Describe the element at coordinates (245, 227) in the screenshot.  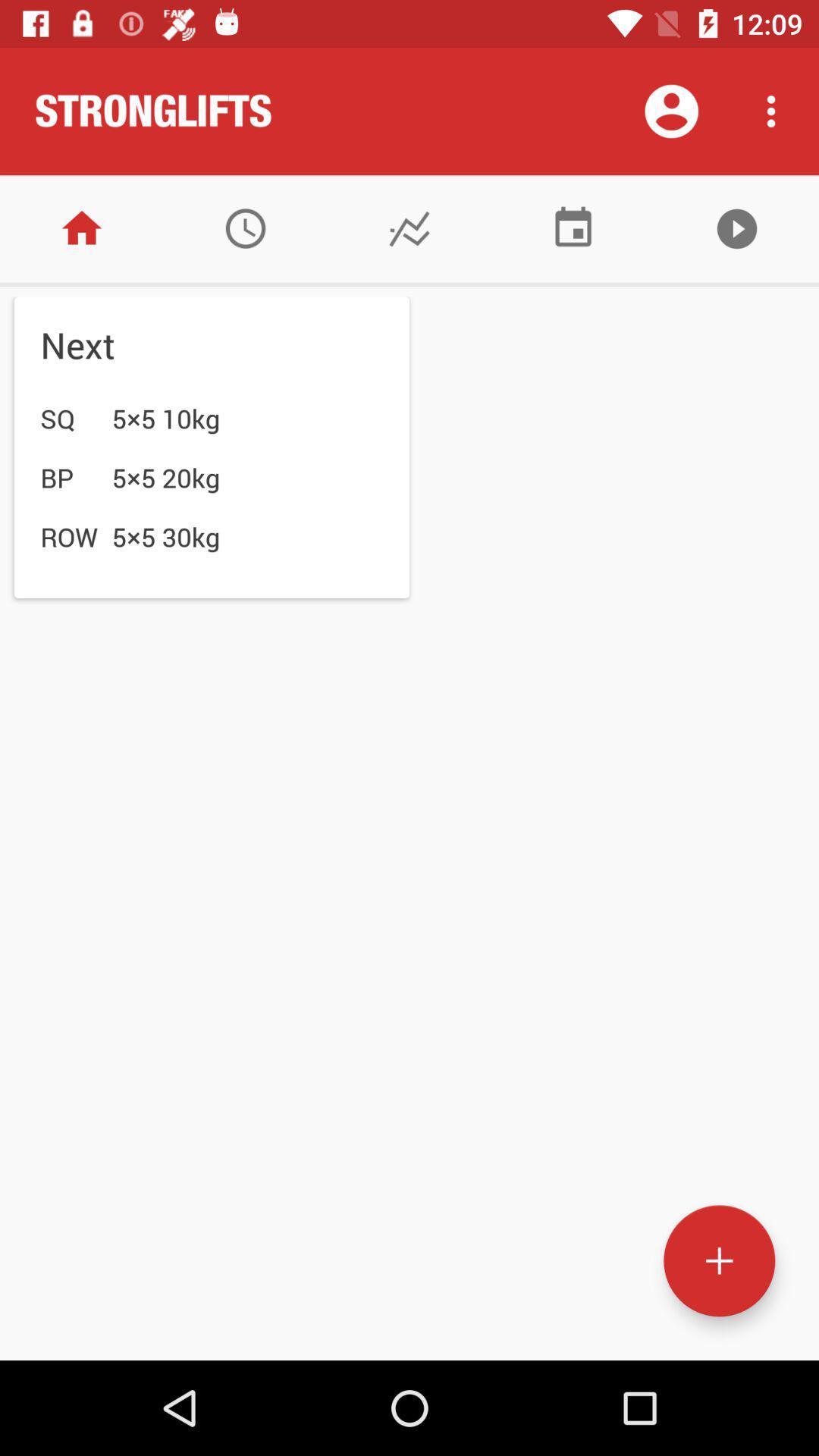
I see `time button` at that location.